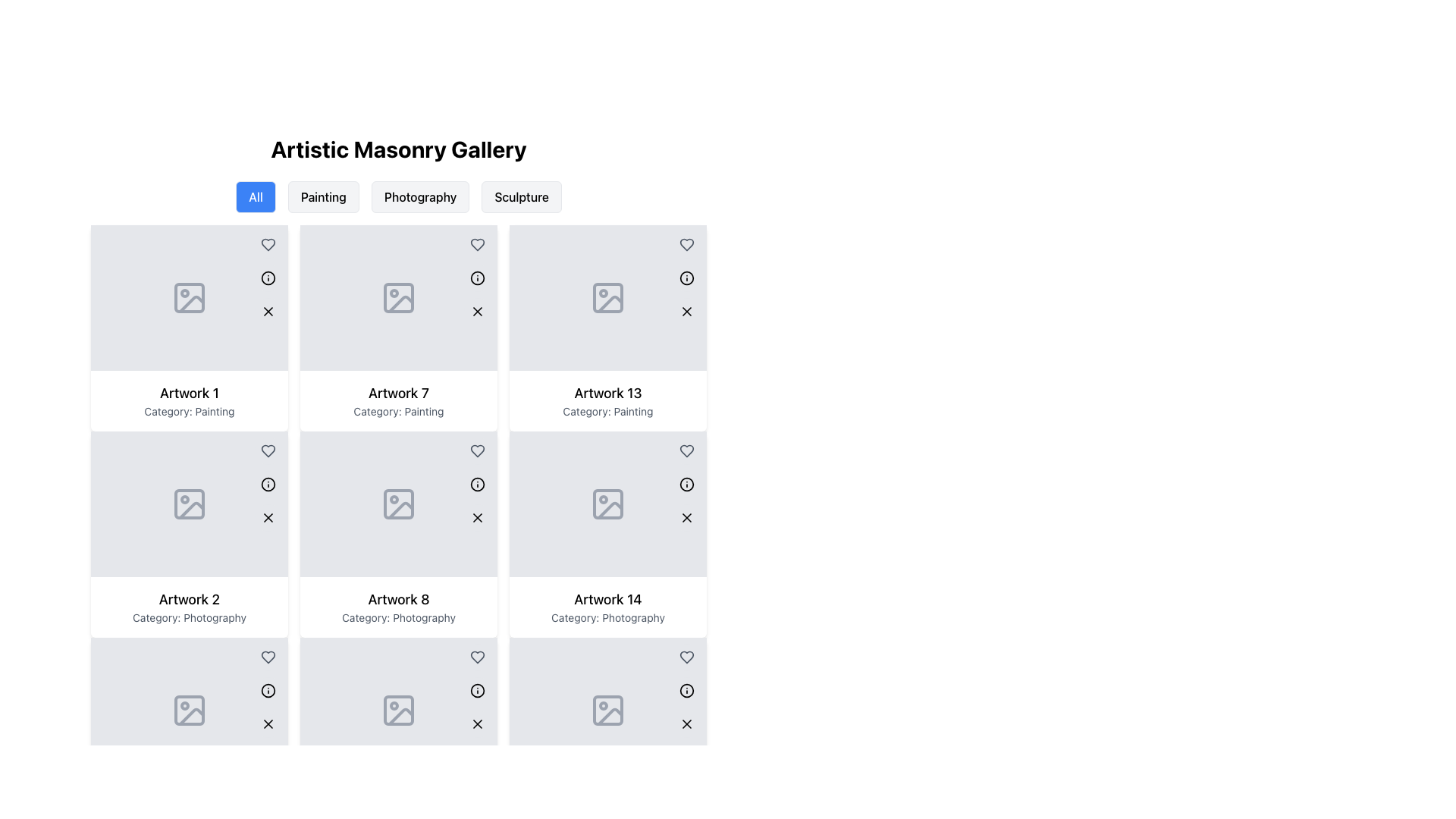  I want to click on the circular button with a heart icon located at the top right corner of the card for 'Artwork 1', so click(268, 244).